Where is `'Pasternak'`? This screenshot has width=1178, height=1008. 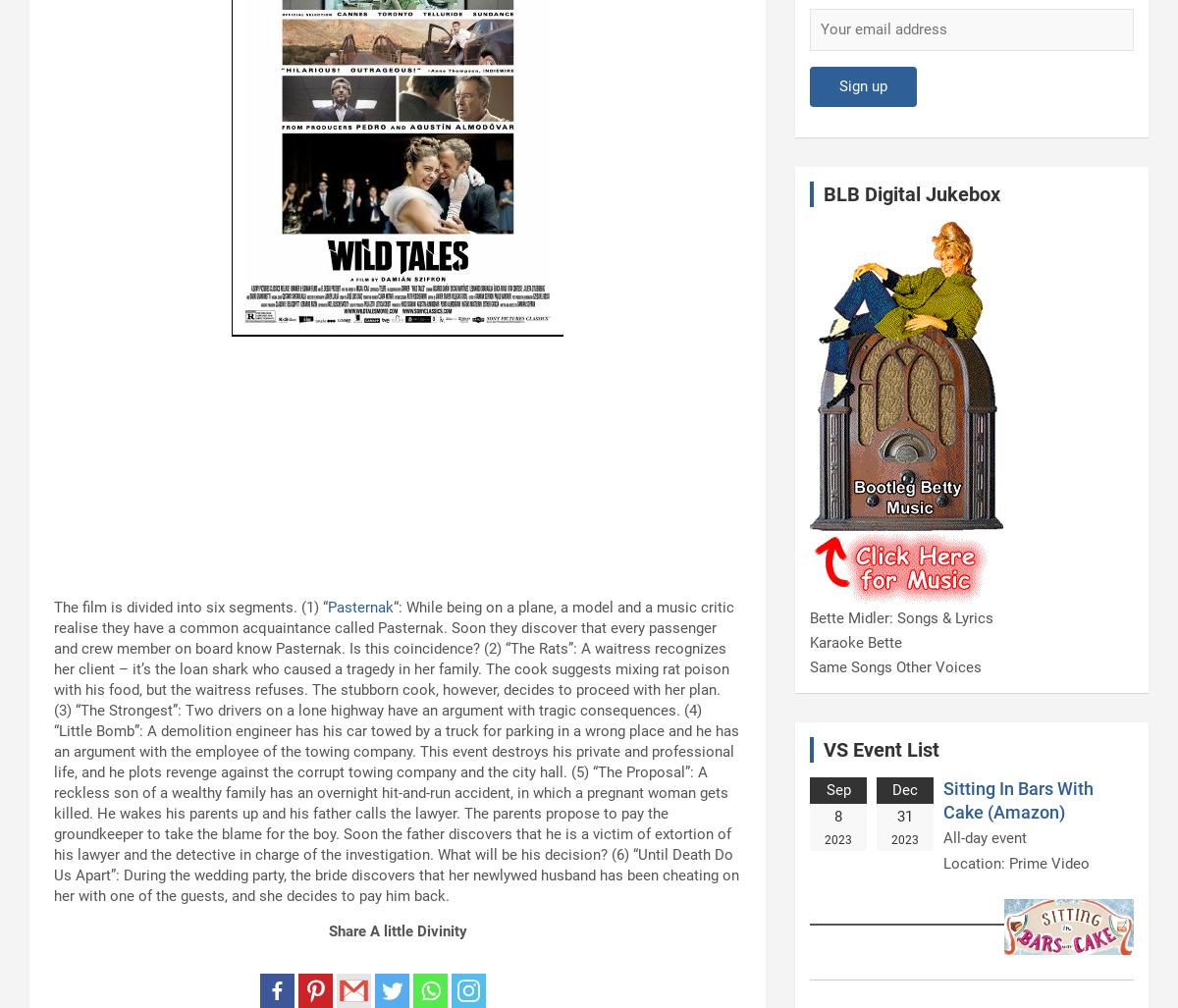 'Pasternak' is located at coordinates (360, 607).